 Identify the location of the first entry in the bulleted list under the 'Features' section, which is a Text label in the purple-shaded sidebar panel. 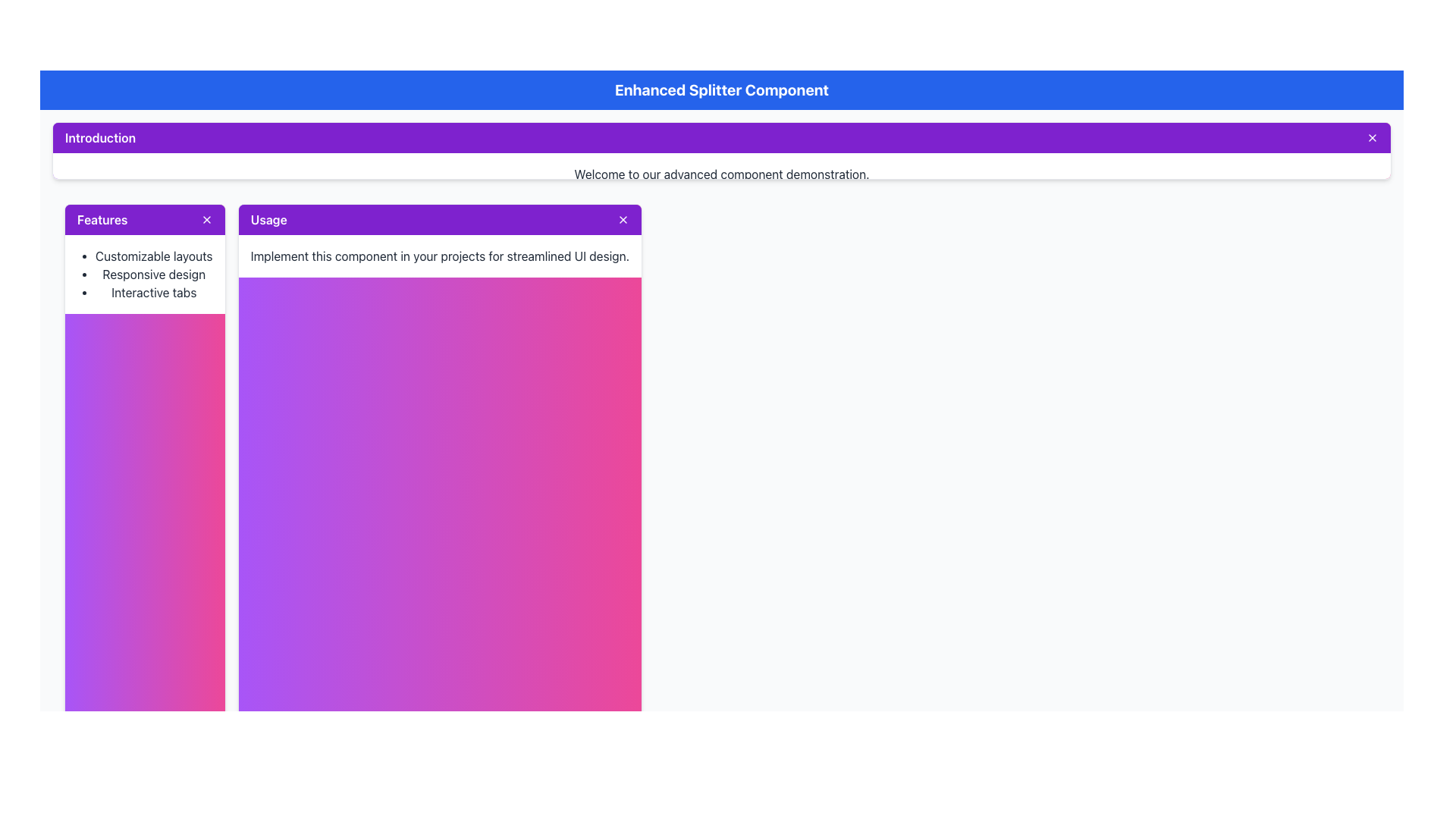
(154, 255).